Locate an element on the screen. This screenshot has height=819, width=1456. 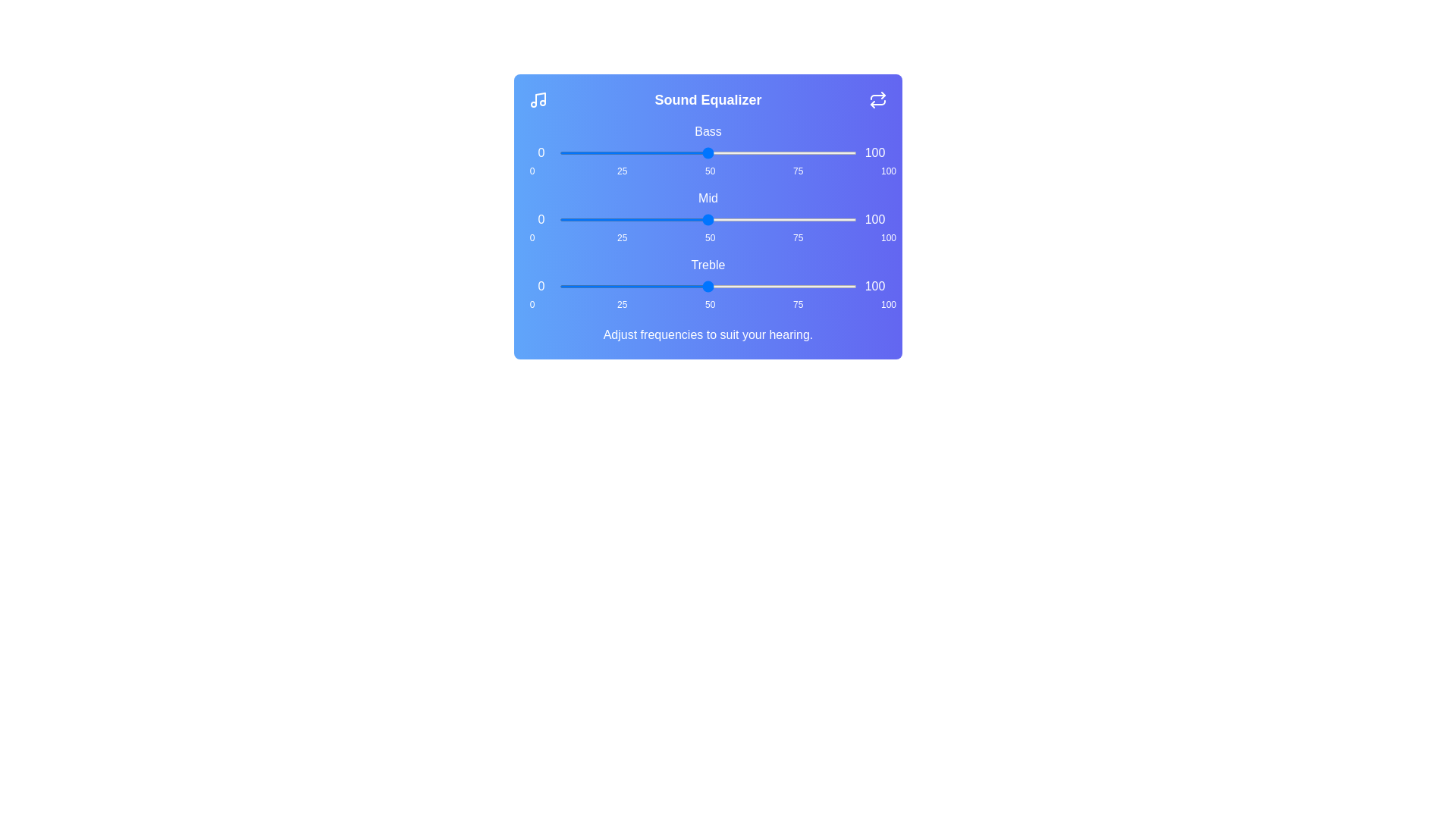
the bass slider to 84% is located at coordinates (808, 152).